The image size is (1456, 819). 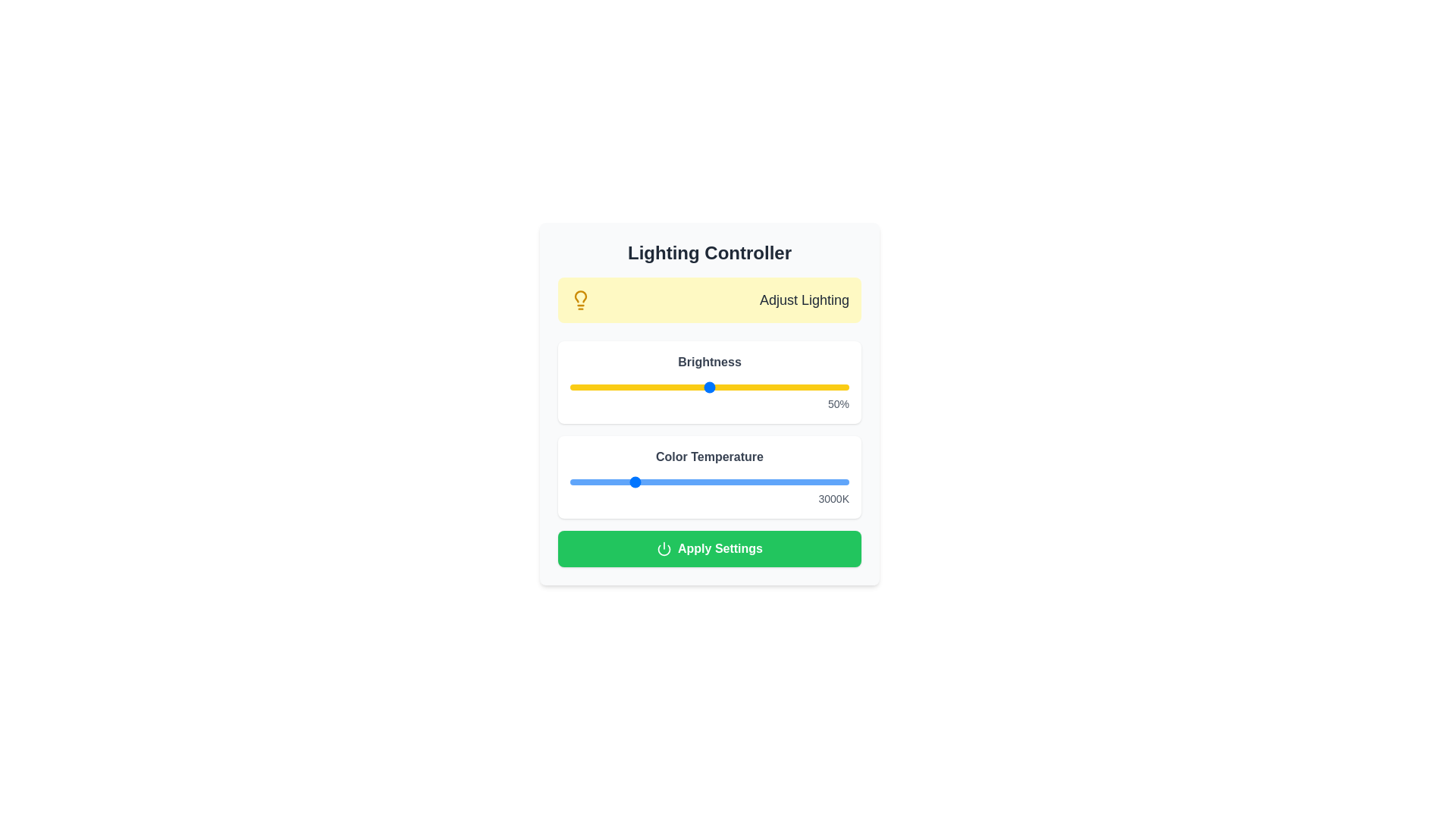 I want to click on the brightness slider to set the brightness level to 53, so click(x=717, y=386).